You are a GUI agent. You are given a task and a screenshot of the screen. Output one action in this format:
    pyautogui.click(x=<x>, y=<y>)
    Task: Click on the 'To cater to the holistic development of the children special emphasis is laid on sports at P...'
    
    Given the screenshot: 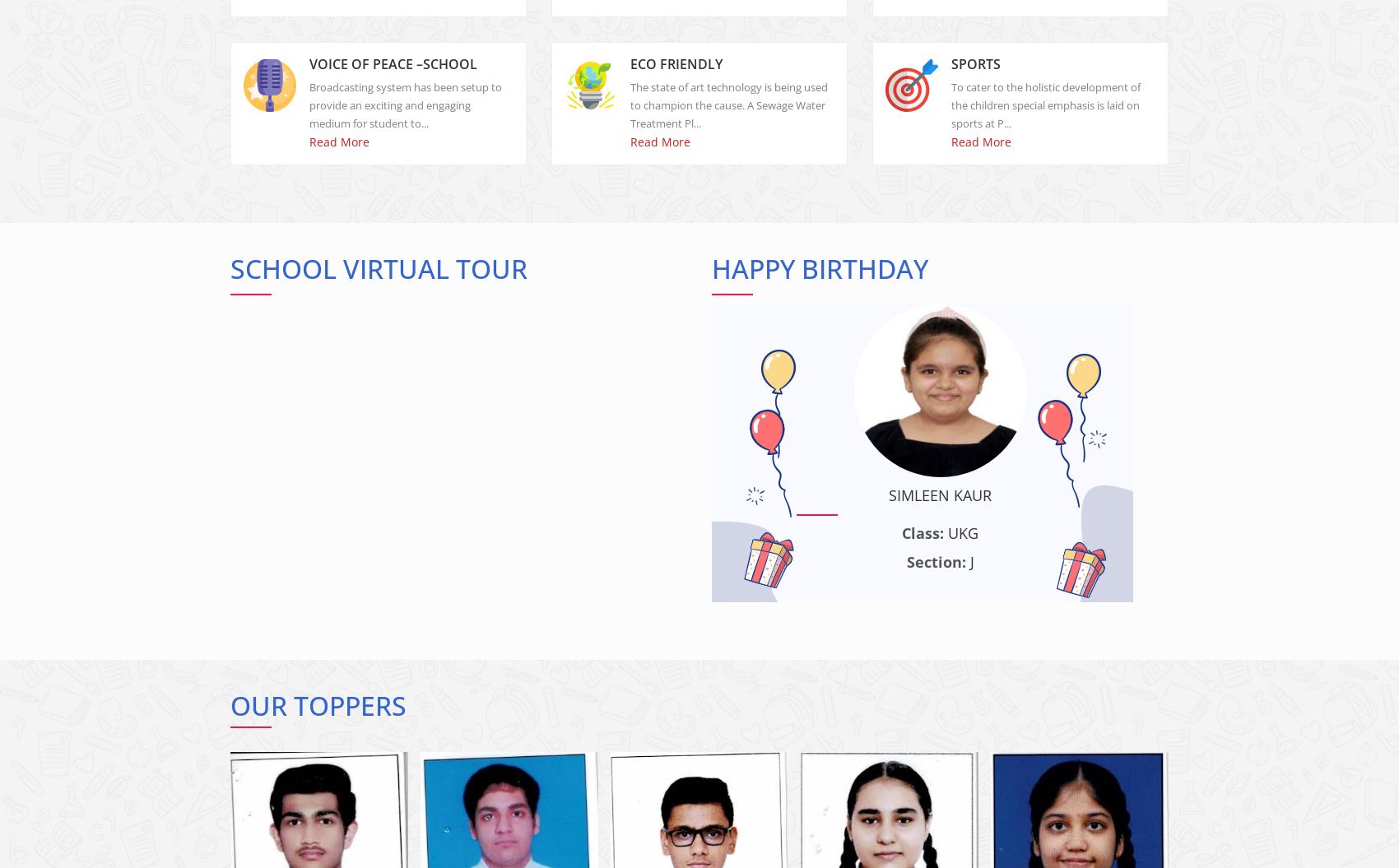 What is the action you would take?
    pyautogui.click(x=1044, y=118)
    